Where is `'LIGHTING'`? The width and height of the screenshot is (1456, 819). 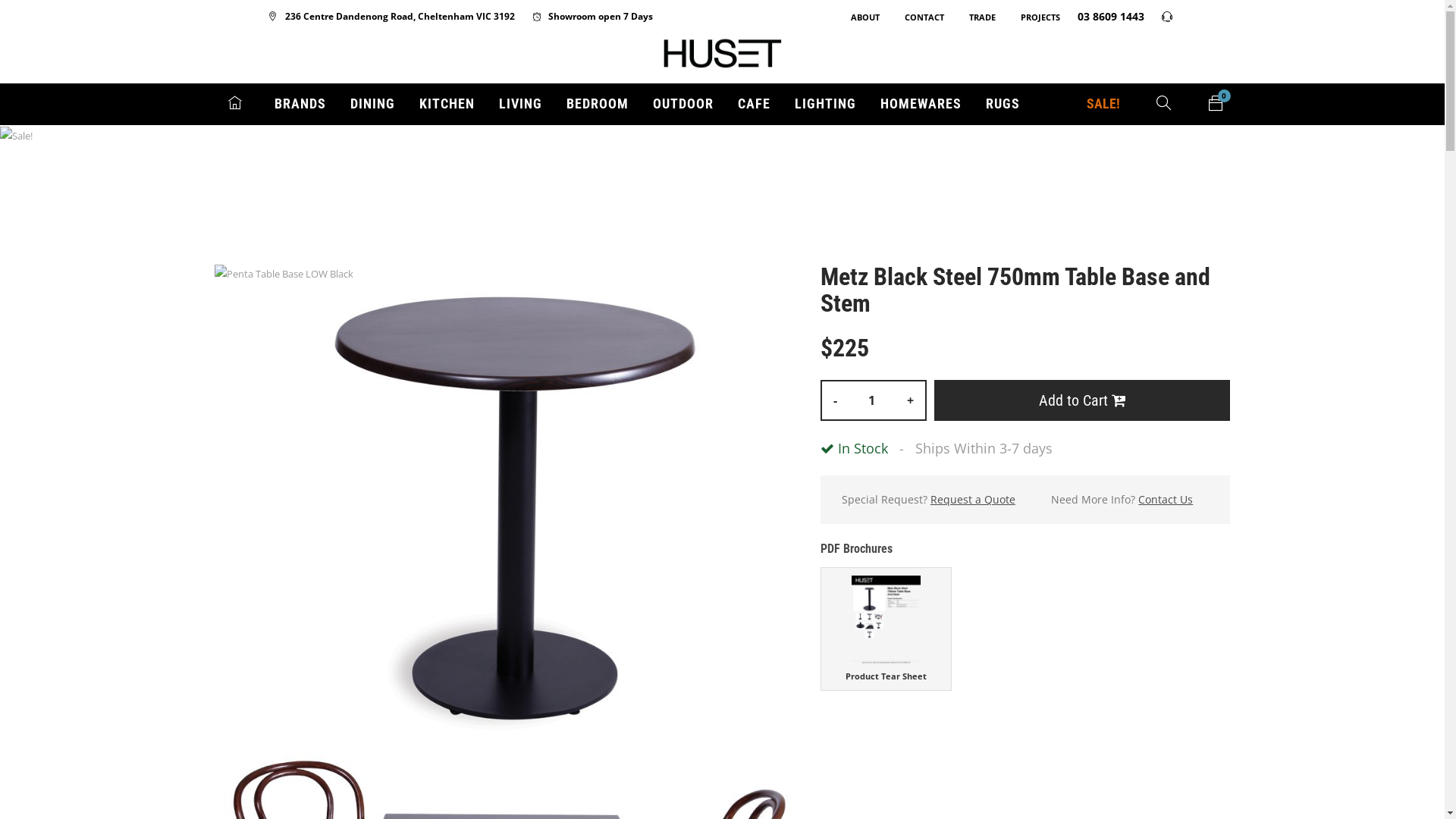 'LIGHTING' is located at coordinates (793, 103).